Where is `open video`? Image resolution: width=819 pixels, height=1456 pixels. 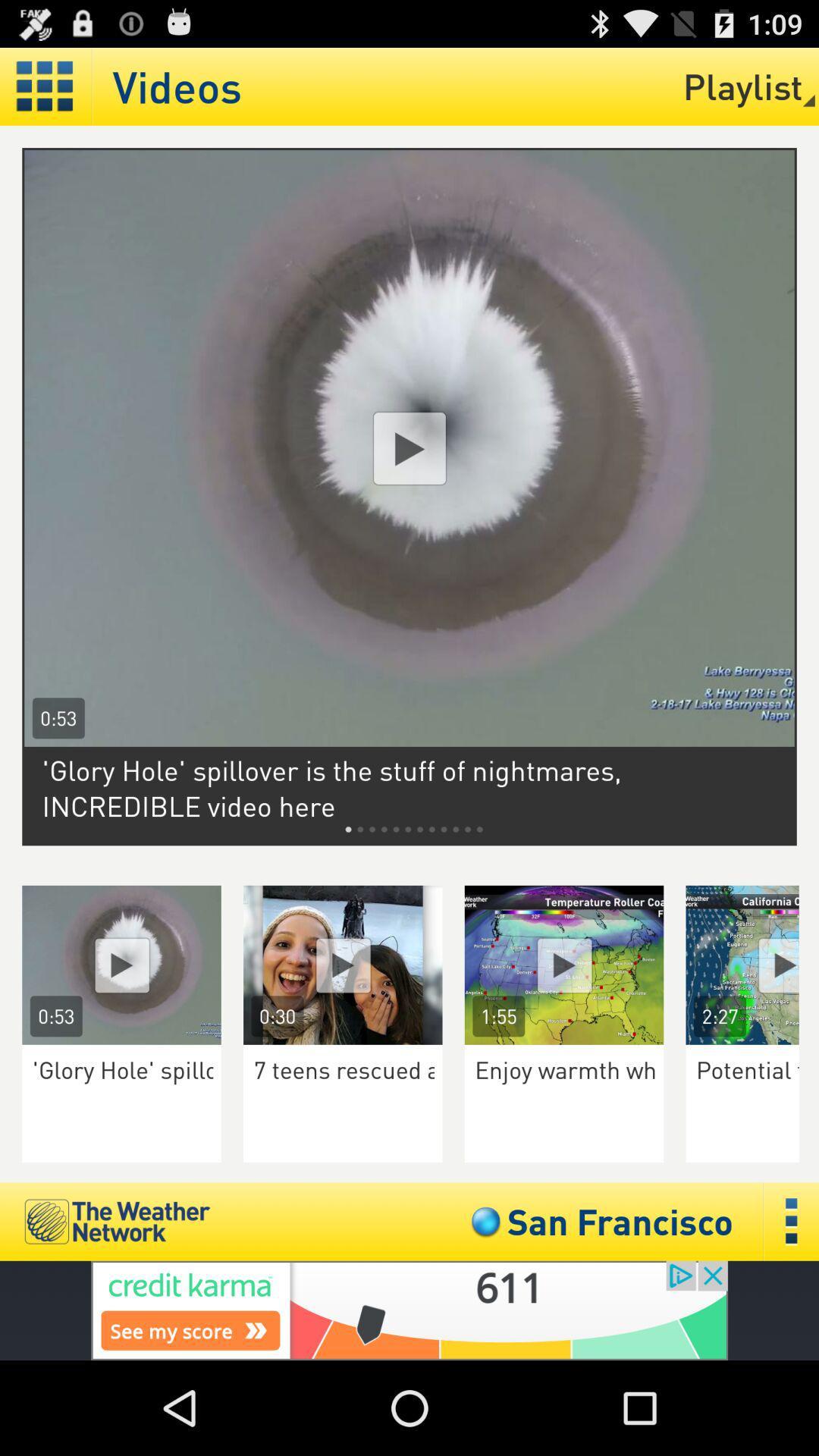
open video is located at coordinates (121, 964).